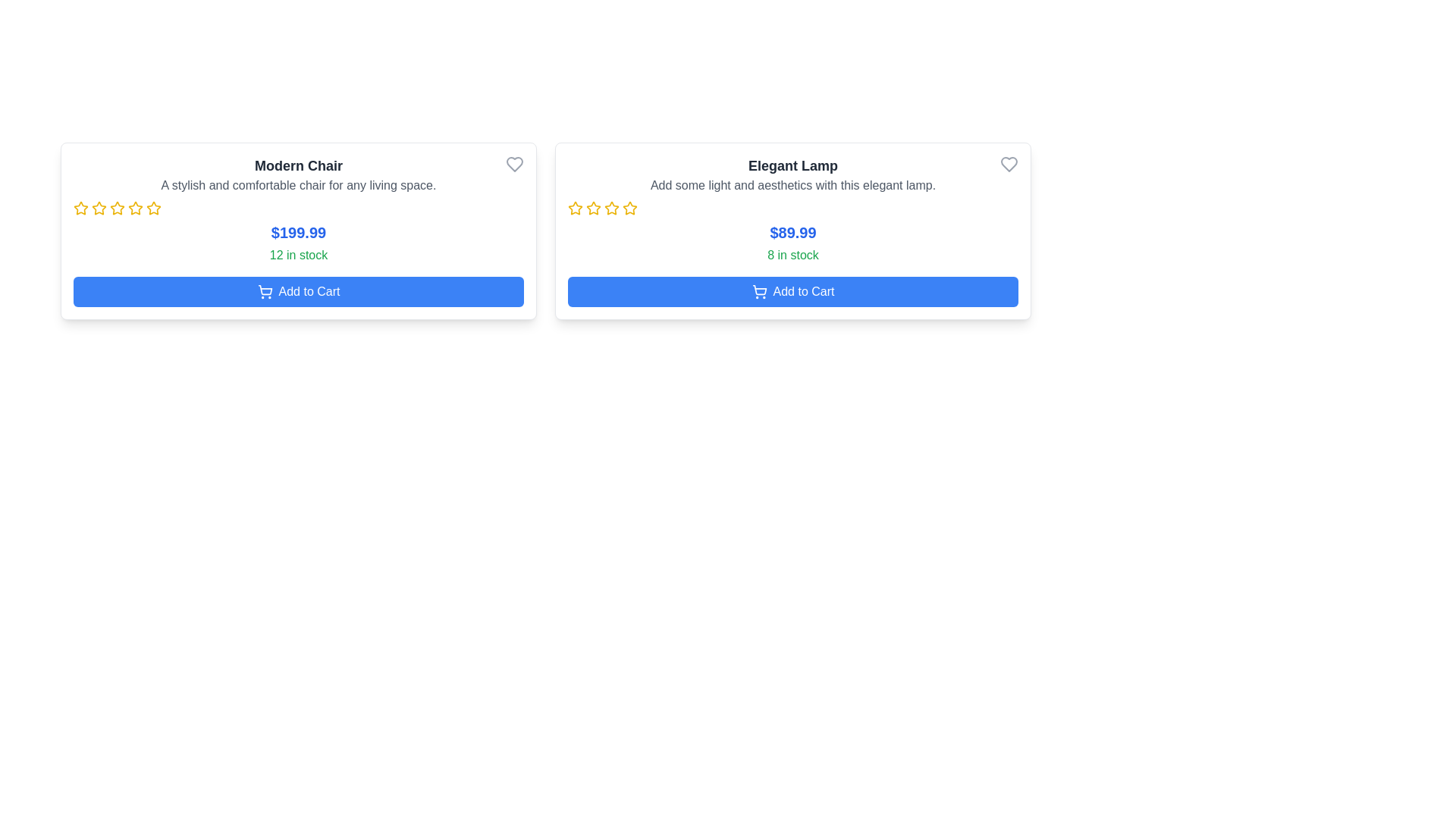 This screenshot has width=1456, height=819. What do you see at coordinates (792, 185) in the screenshot?
I see `the product description text located directly below the title 'Elegant Lamp' within the product card, which provides additional contextual information about the lamp's aesthetic and functional qualities` at bounding box center [792, 185].